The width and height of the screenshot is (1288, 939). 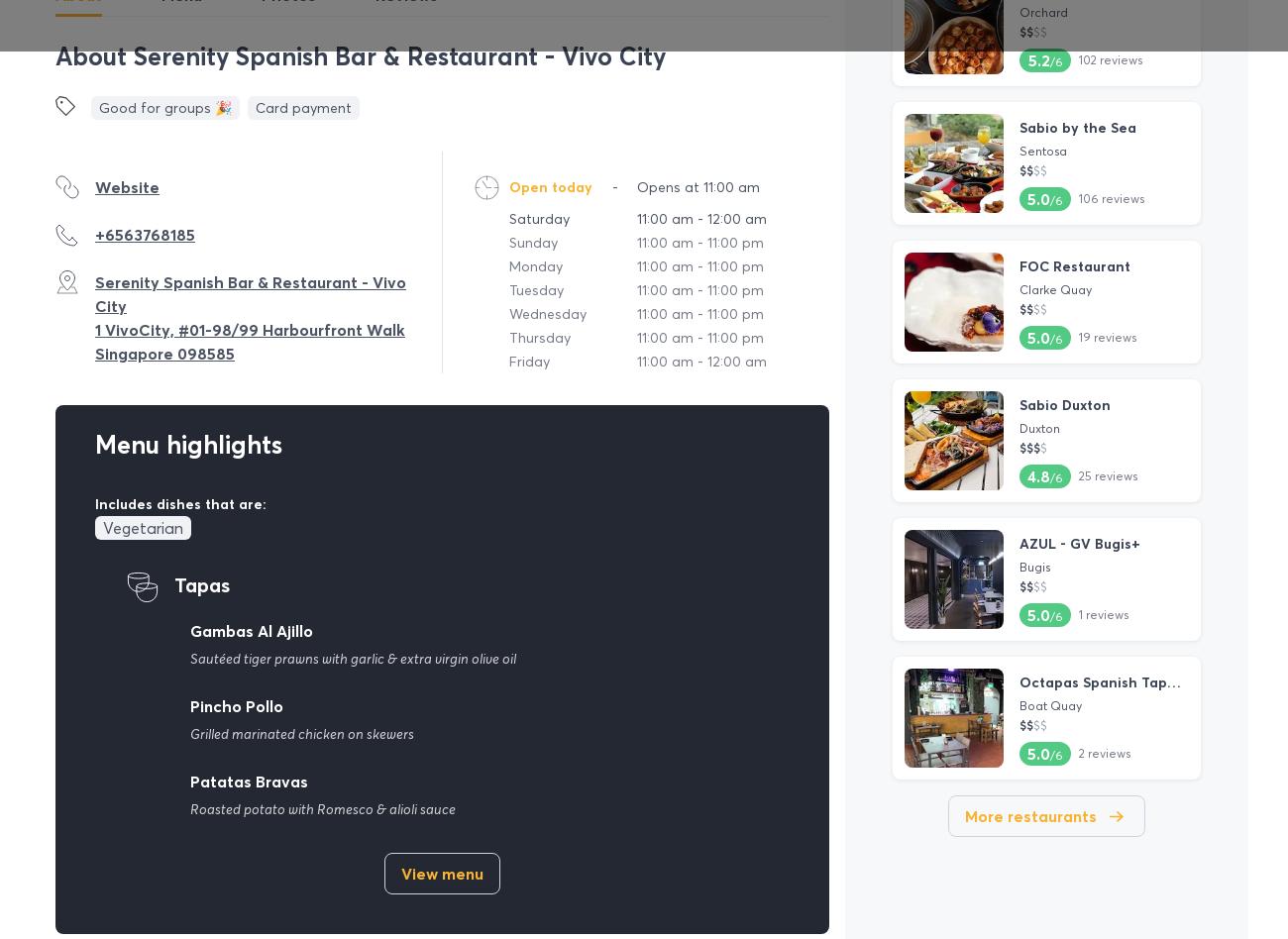 I want to click on 'Serenity Spanish Bar & Restaurant - Vivo City', so click(x=249, y=294).